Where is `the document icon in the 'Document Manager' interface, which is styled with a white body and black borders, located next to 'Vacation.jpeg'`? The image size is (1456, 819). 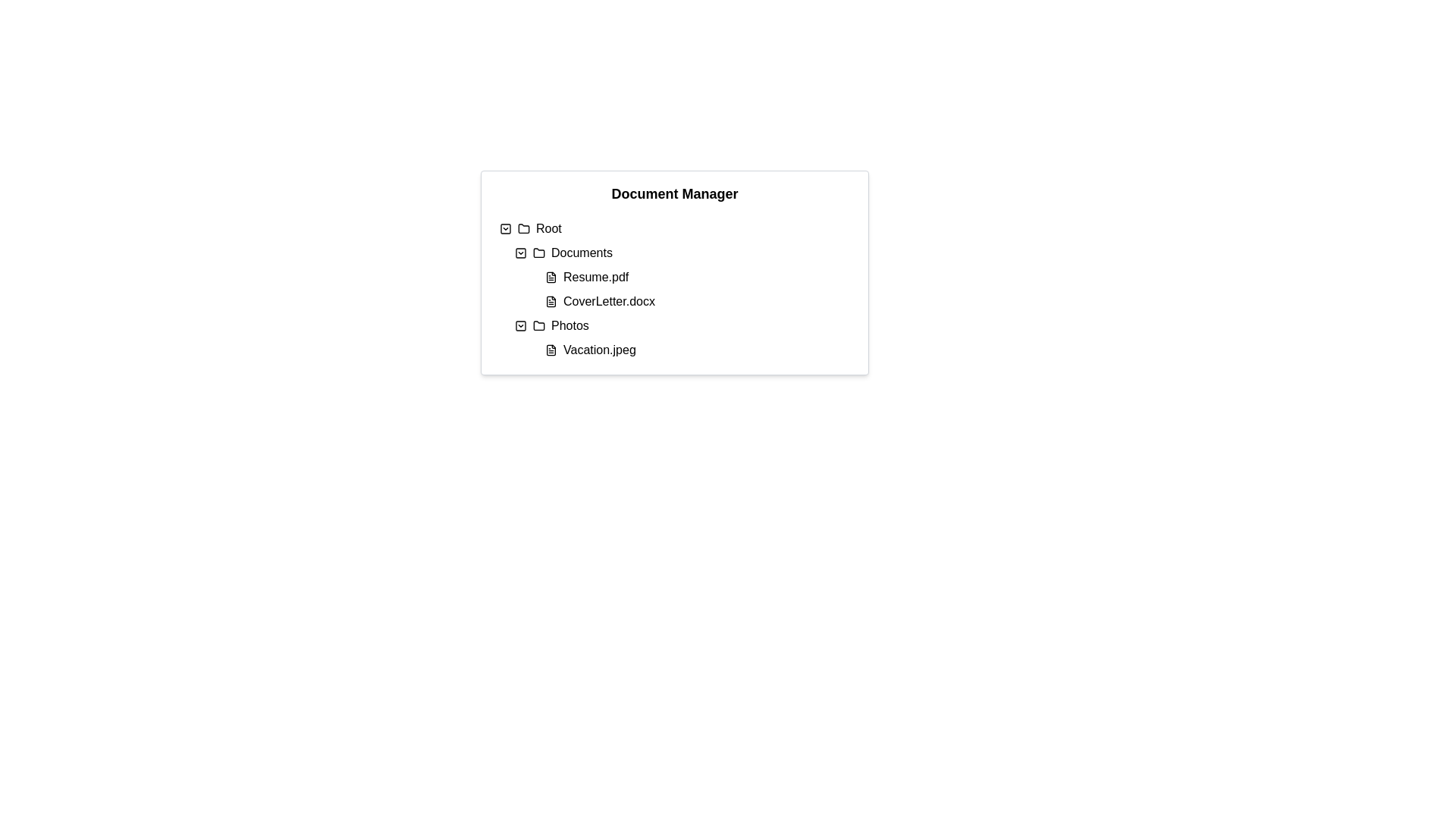
the document icon in the 'Document Manager' interface, which is styled with a white body and black borders, located next to 'Vacation.jpeg' is located at coordinates (550, 350).